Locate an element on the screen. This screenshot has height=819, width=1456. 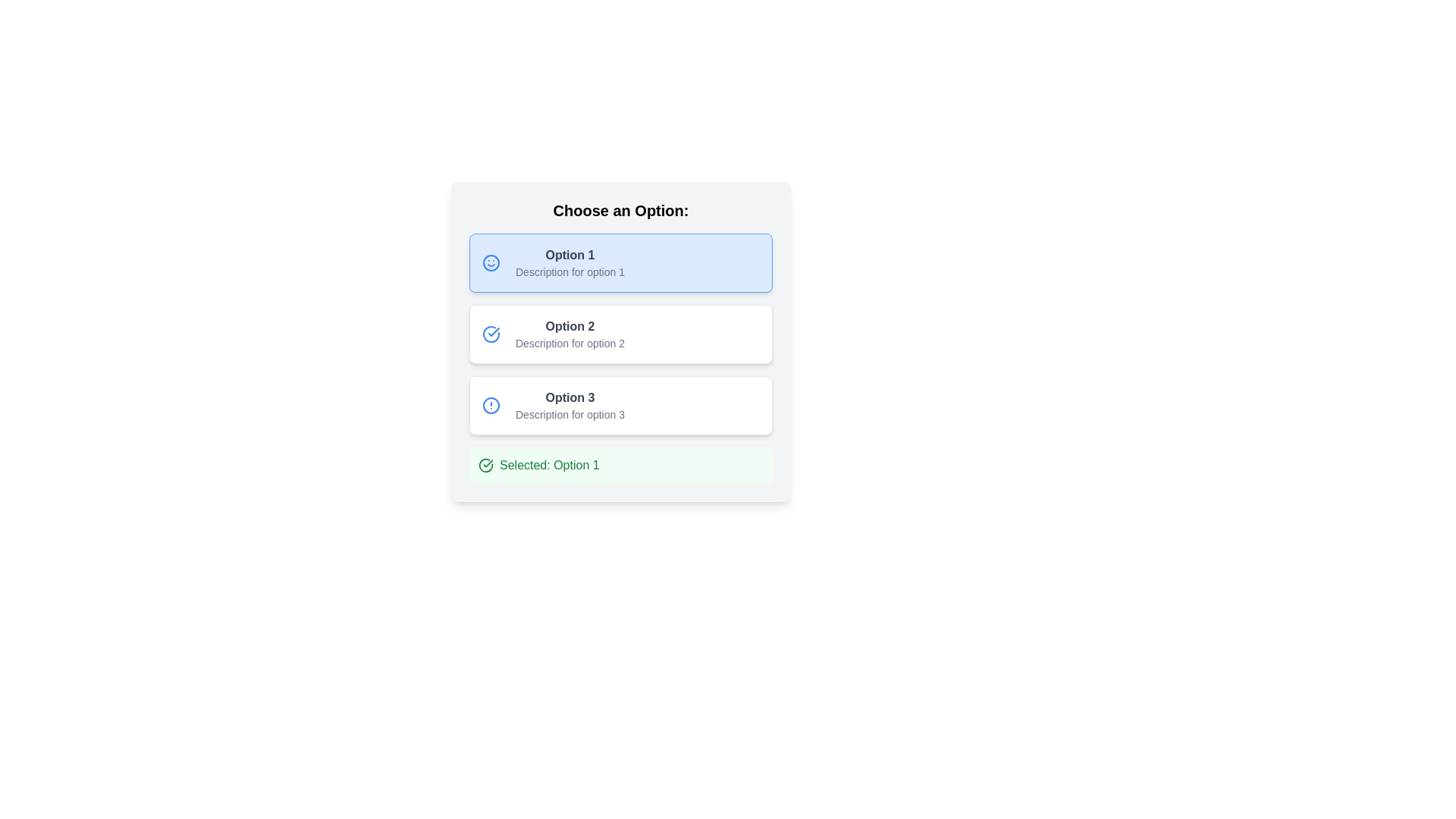
the selectable option titled 'Option 1' within the bluish rectangular card in the first position of the vertically aligned list is located at coordinates (570, 262).